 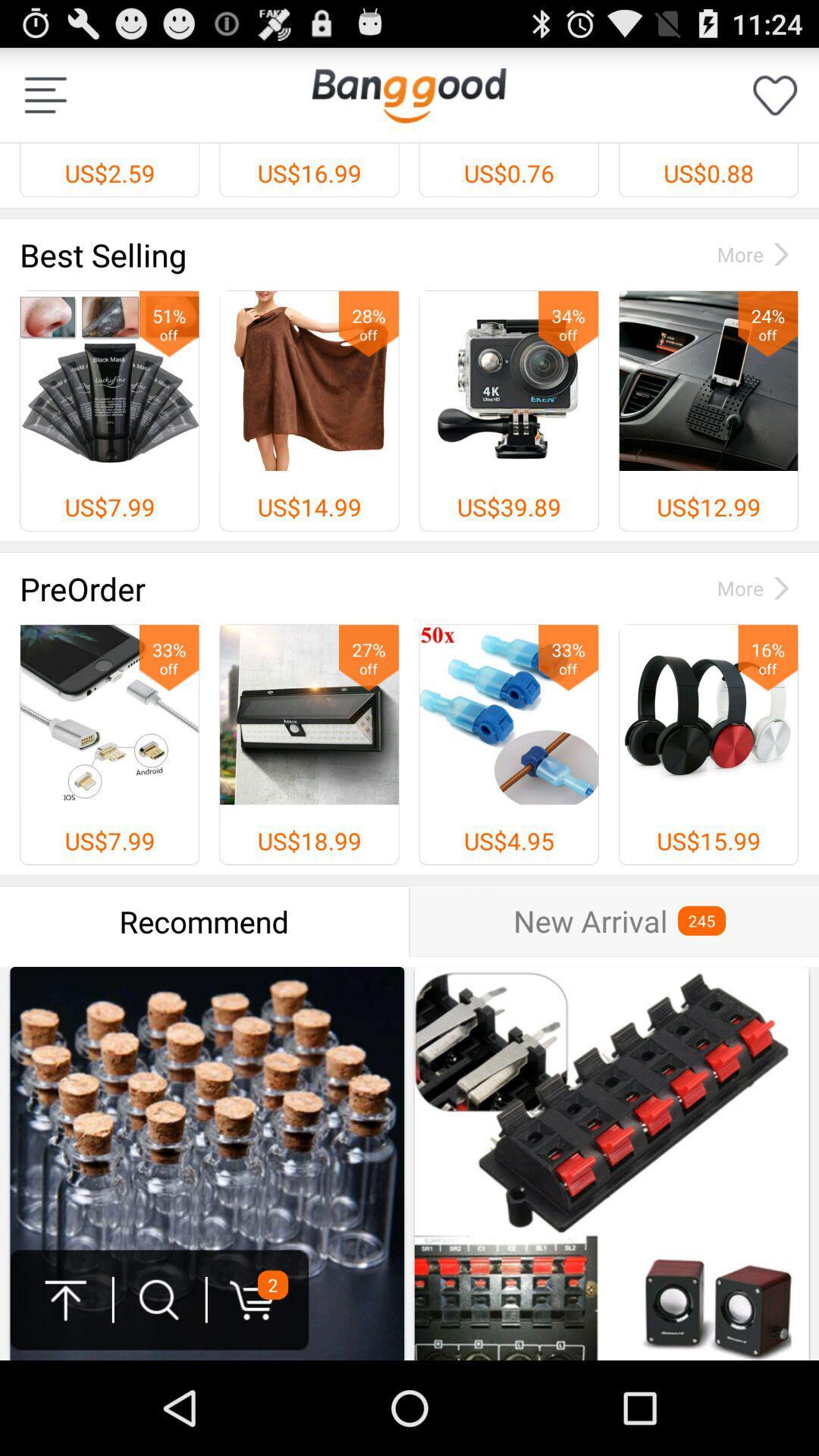 What do you see at coordinates (408, 94) in the screenshot?
I see `the item next to us$0.88 icon` at bounding box center [408, 94].